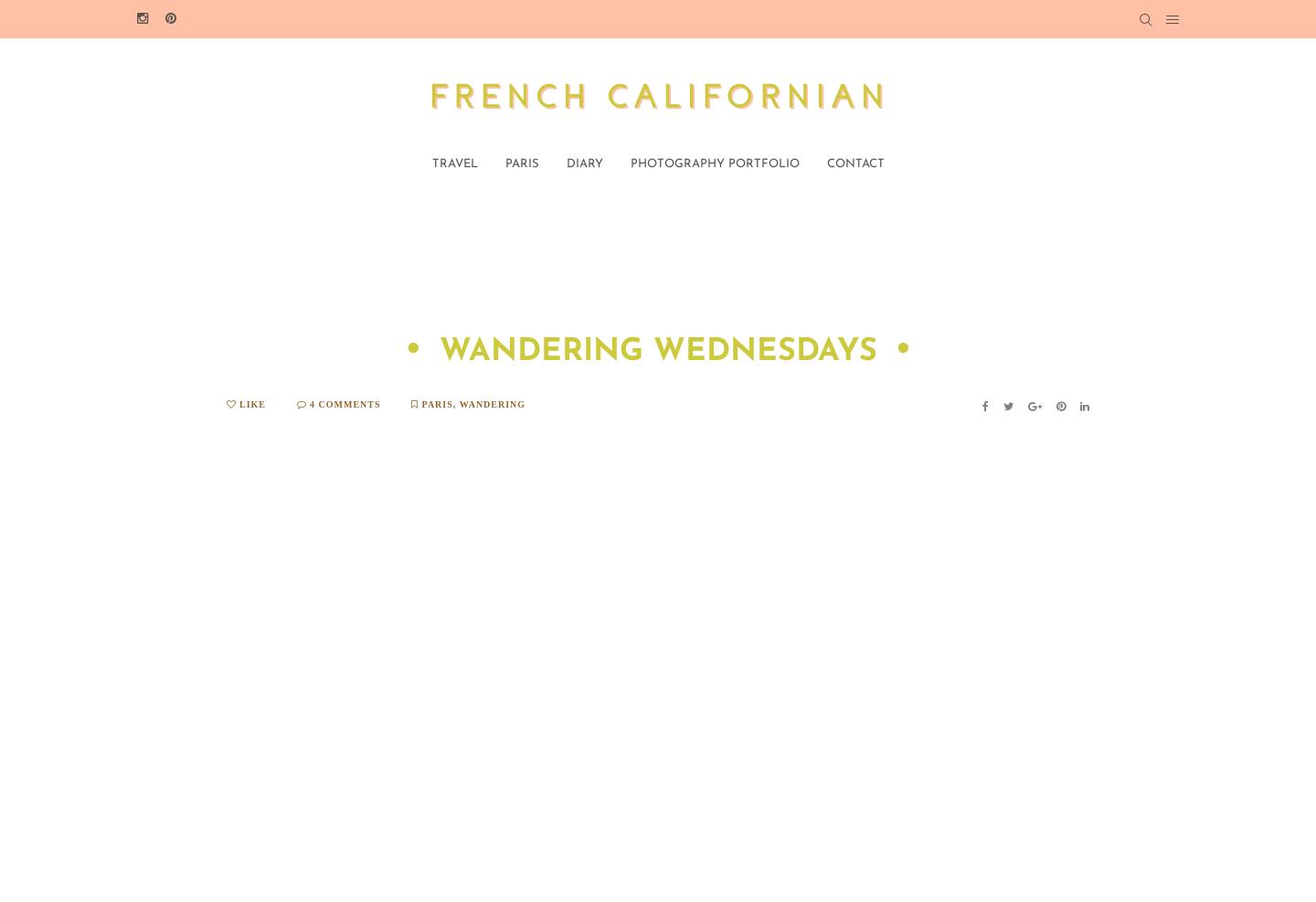  I want to click on 'Read the Blog', so click(1086, 595).